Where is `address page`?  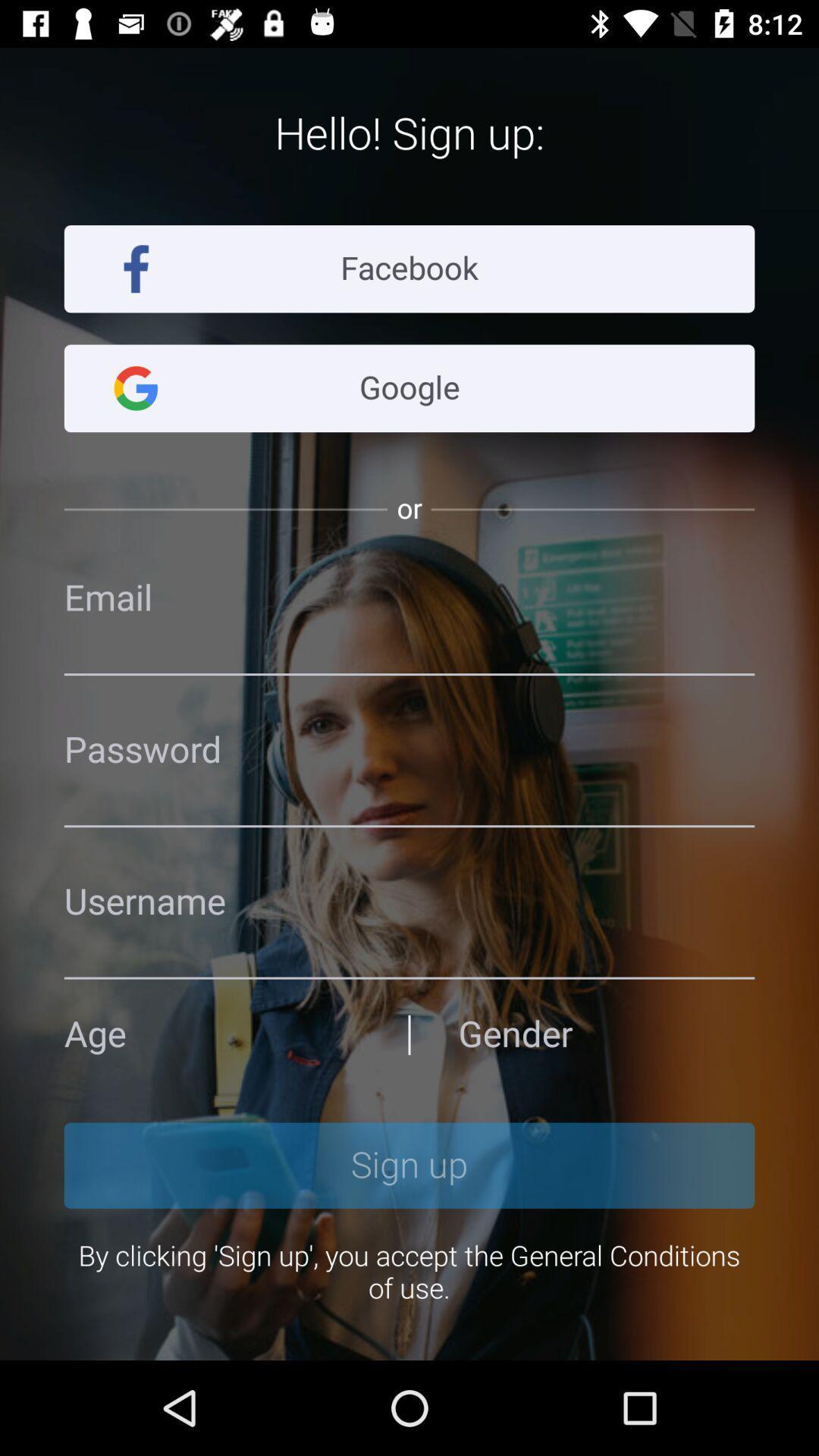
address page is located at coordinates (605, 1034).